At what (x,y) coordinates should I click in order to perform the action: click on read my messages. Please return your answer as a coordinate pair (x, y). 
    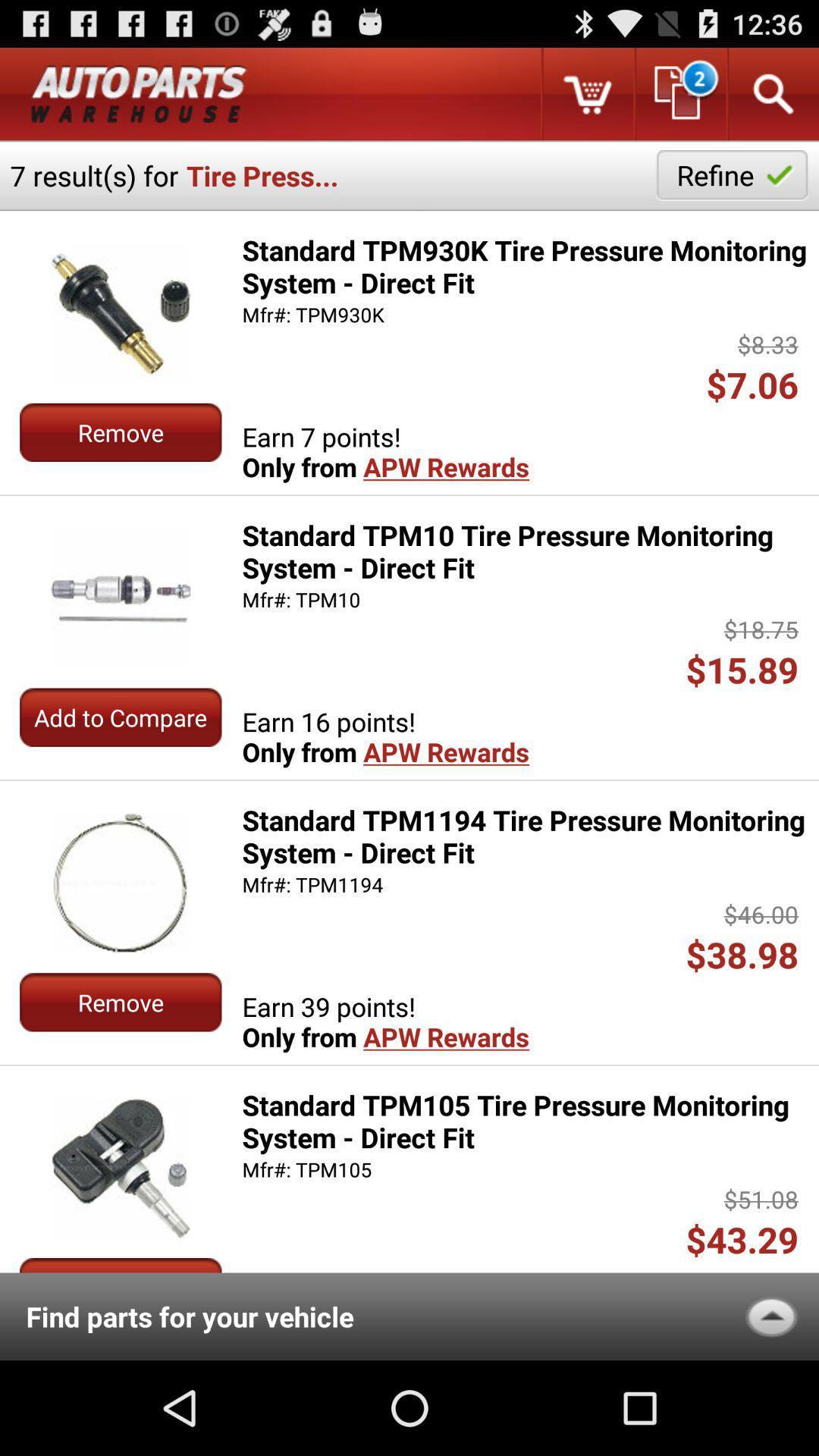
    Looking at the image, I should click on (679, 93).